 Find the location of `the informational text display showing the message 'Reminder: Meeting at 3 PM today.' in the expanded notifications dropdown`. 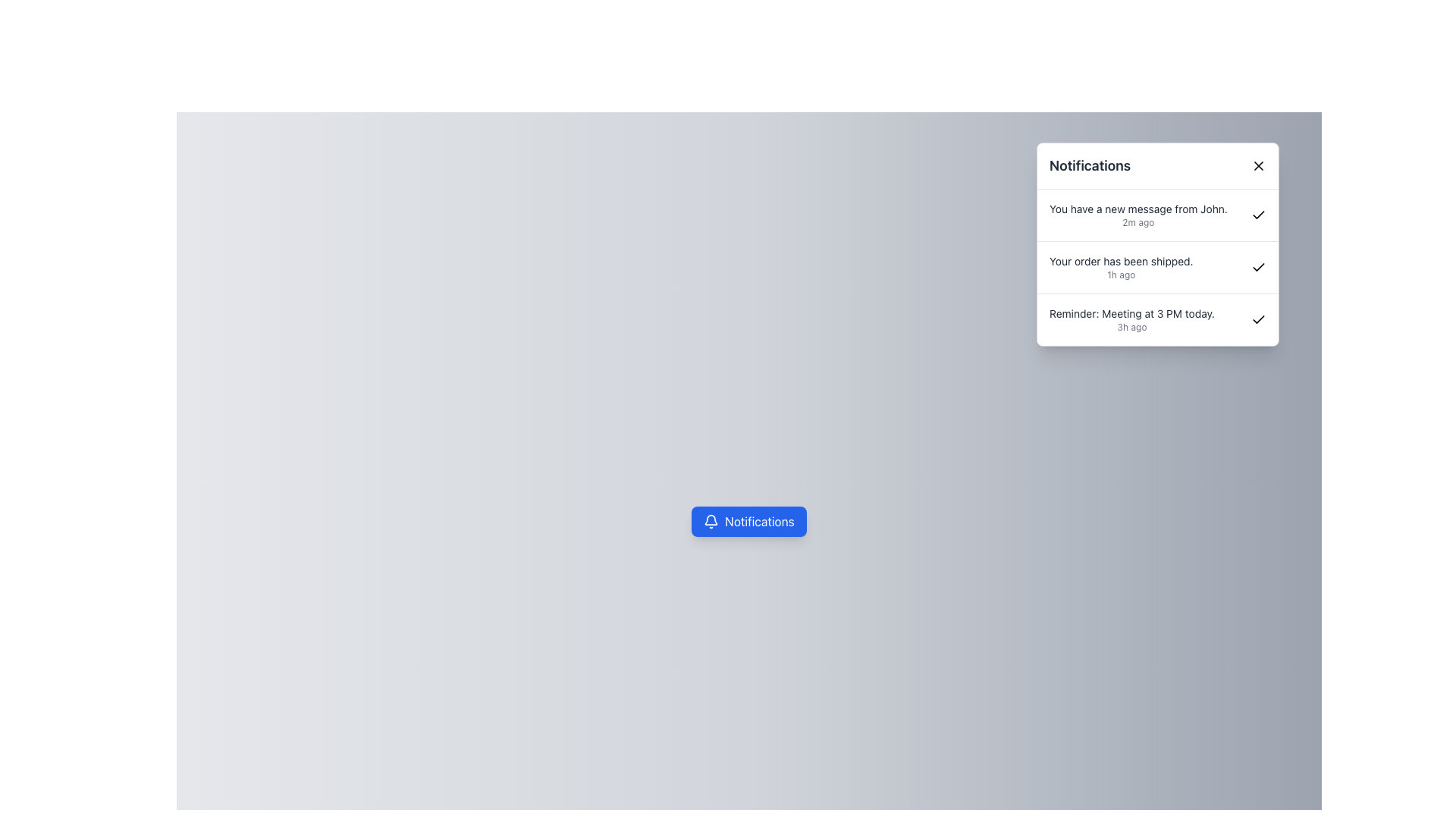

the informational text display showing the message 'Reminder: Meeting at 3 PM today.' in the expanded notifications dropdown is located at coordinates (1131, 318).